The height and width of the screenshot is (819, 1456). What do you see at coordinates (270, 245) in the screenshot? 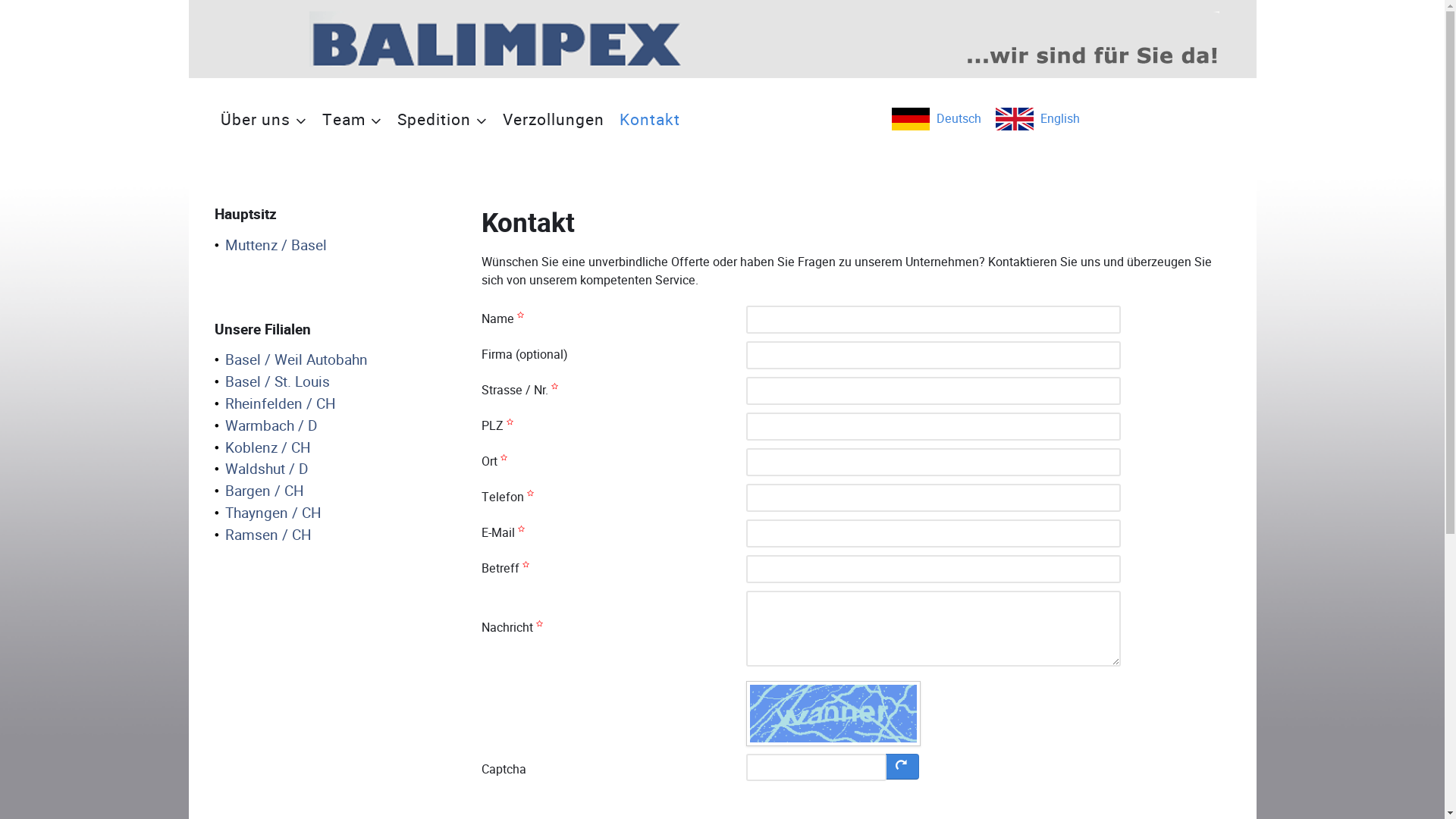
I see `'Muttenz / Basel'` at bounding box center [270, 245].